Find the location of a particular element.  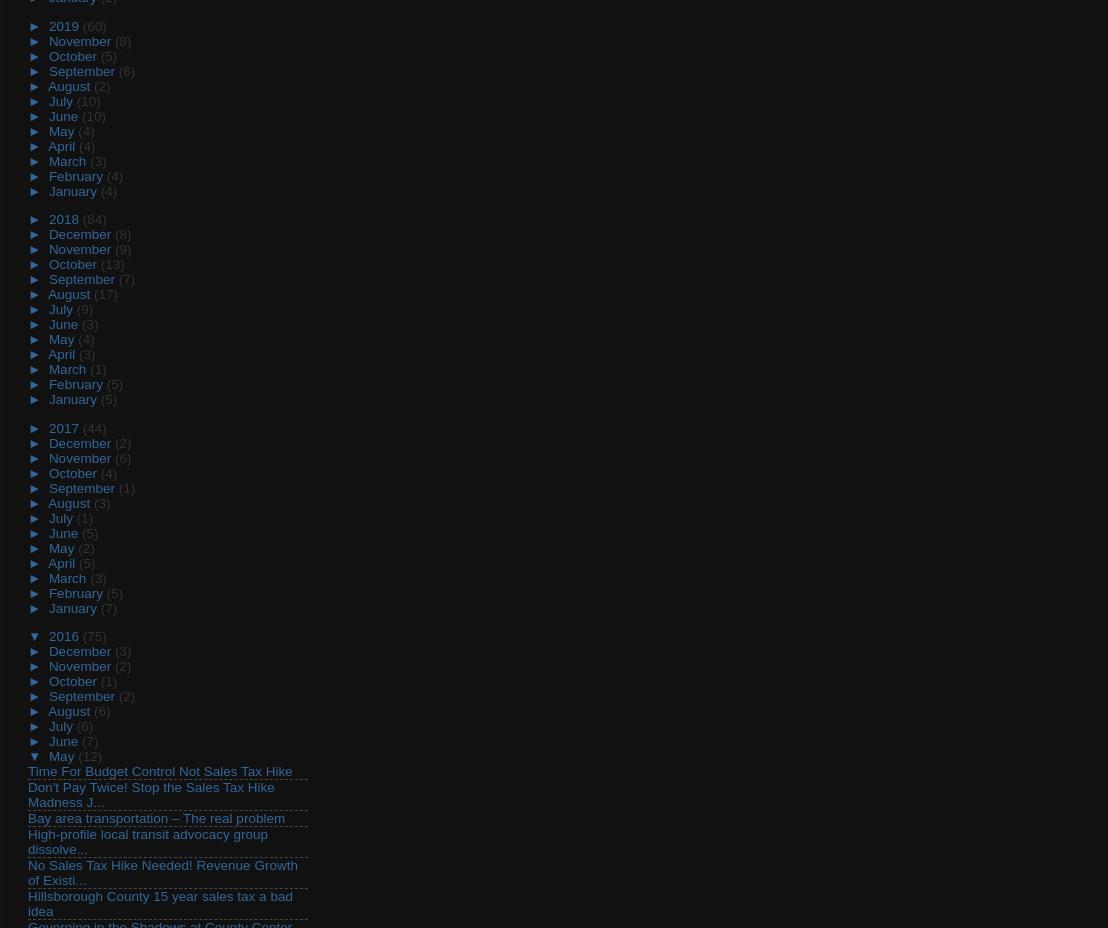

'(12)' is located at coordinates (88, 755).